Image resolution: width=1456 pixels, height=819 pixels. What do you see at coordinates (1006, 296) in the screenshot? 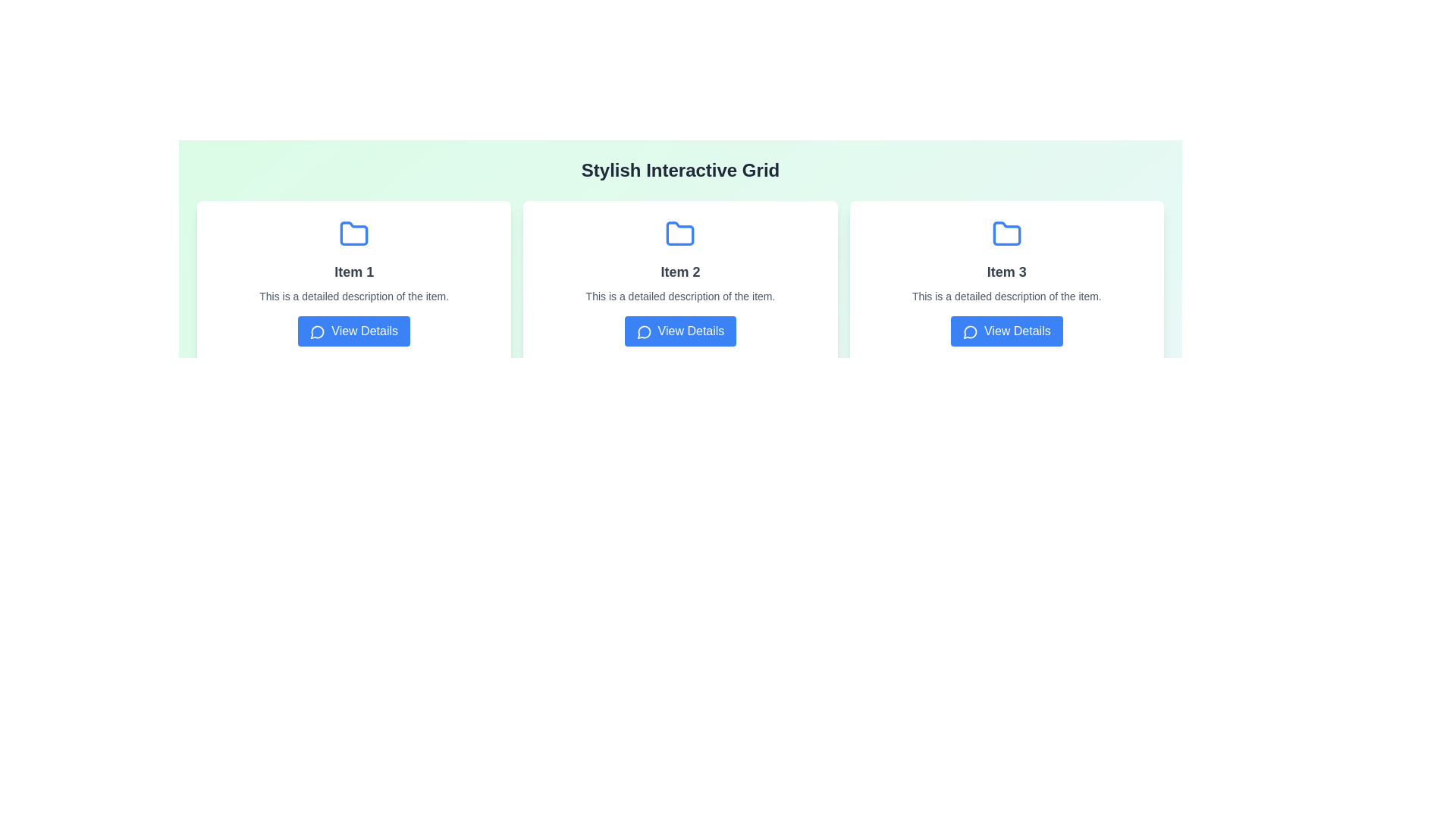
I see `the small-sized, gray text block that states 'This is a detailed description of the item.' located below the title 'Item 3' and above the 'View Details' button in the card layout` at bounding box center [1006, 296].